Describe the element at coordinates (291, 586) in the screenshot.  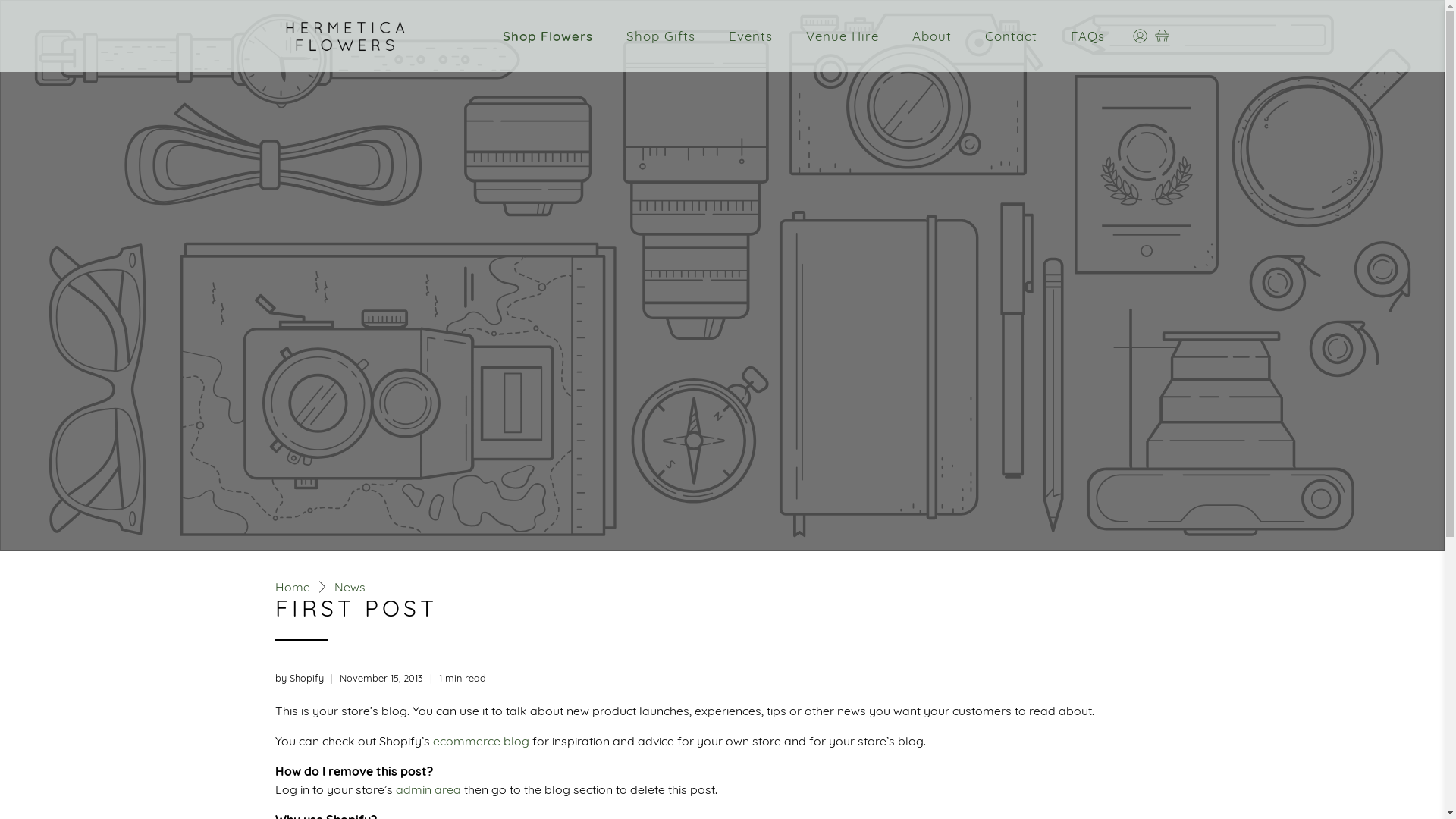
I see `'Home'` at that location.